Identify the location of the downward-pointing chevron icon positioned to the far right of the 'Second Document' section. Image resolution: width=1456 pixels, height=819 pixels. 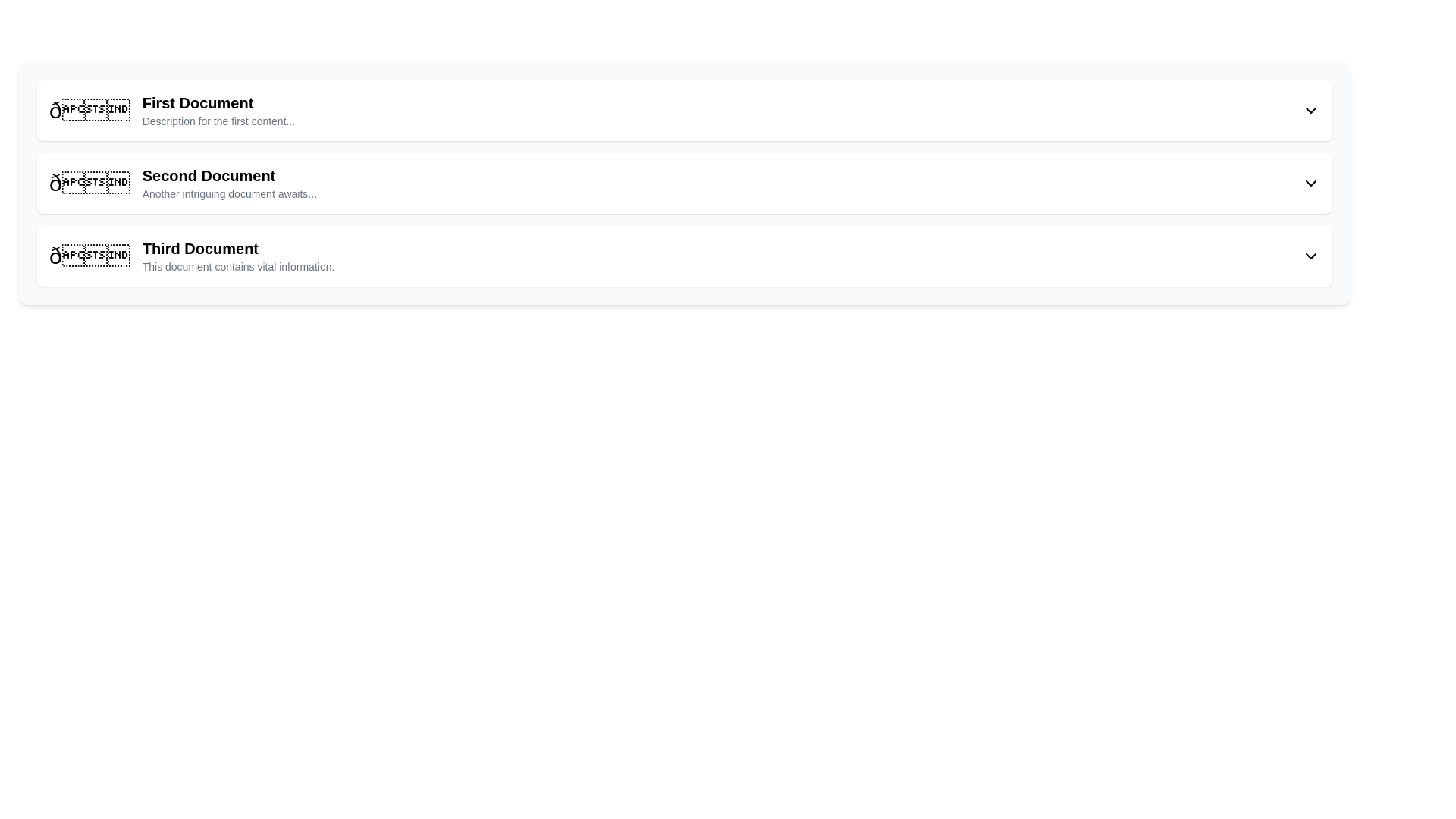
(1310, 183).